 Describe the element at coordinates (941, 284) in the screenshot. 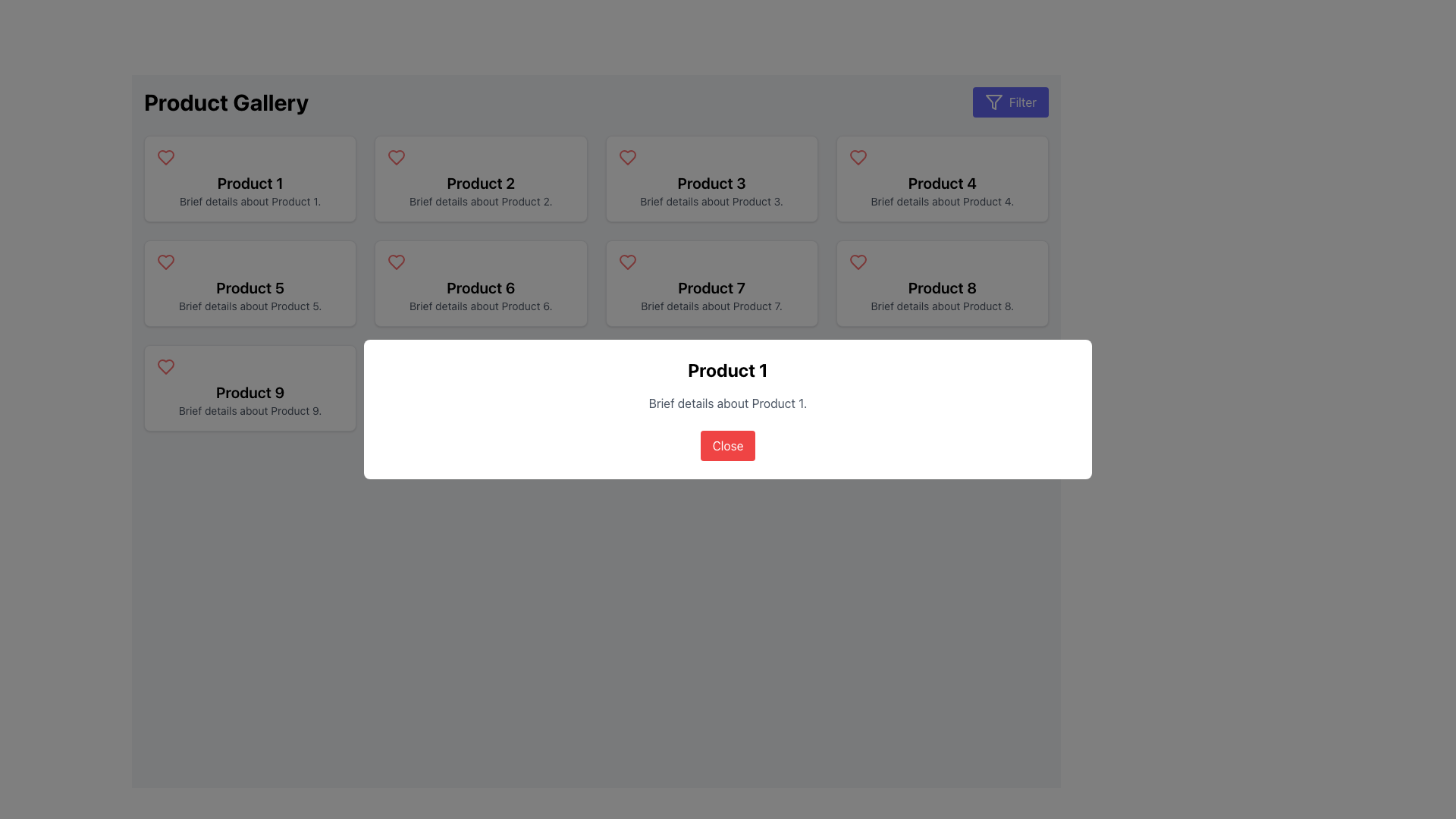

I see `the Card element presenting a product summary located in the second row and fourth column of the product grid` at that location.